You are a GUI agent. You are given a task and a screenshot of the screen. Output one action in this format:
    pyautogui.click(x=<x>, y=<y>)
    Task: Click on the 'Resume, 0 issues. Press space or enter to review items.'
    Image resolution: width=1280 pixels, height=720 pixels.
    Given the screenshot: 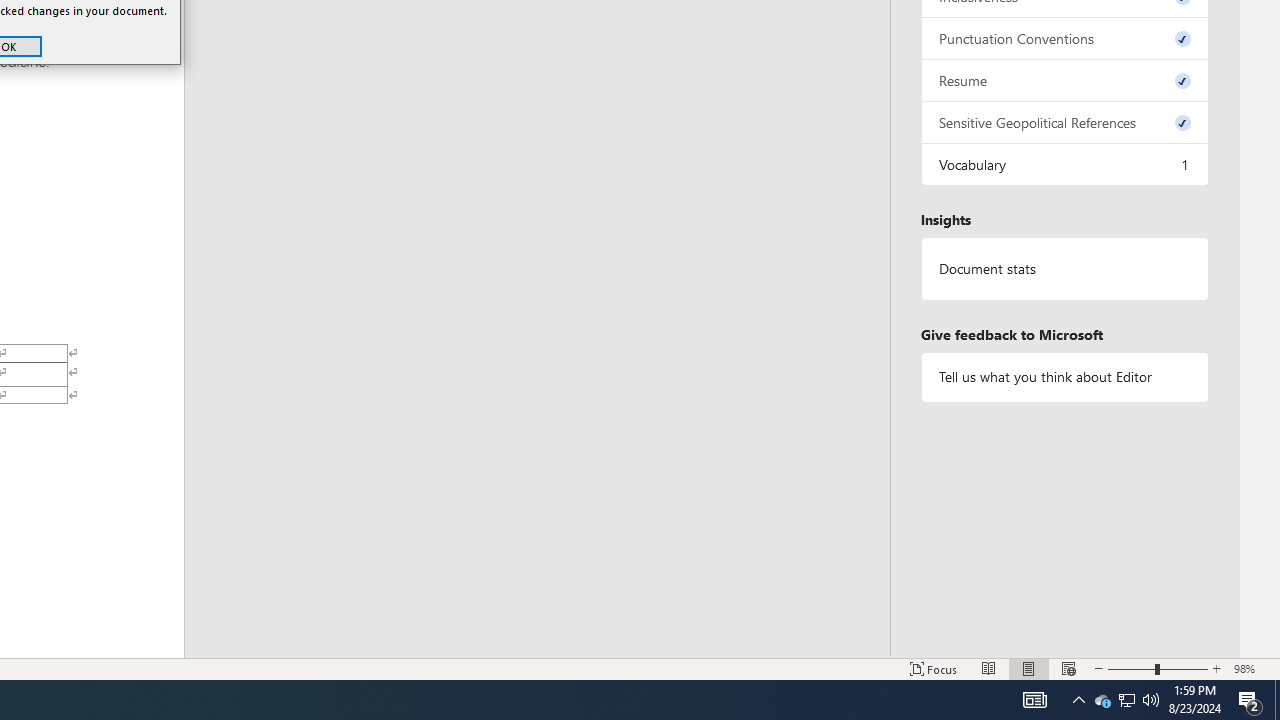 What is the action you would take?
    pyautogui.click(x=1063, y=79)
    